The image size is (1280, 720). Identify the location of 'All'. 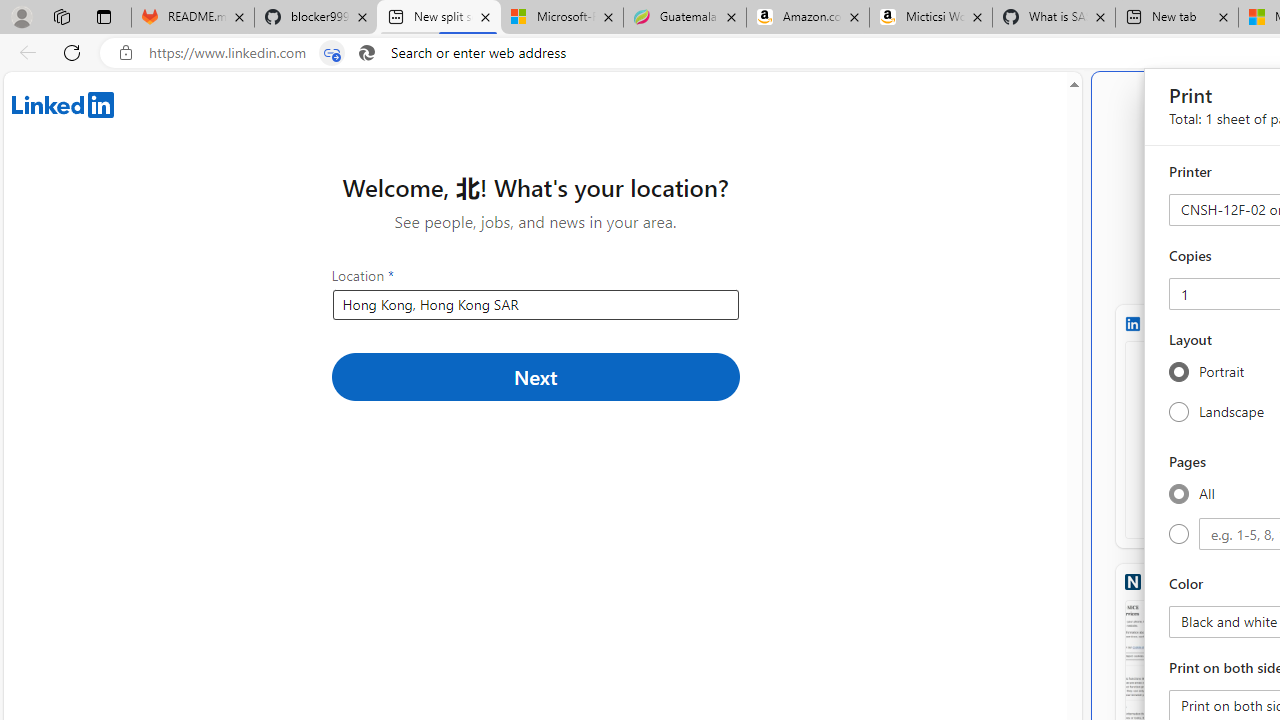
(1178, 493).